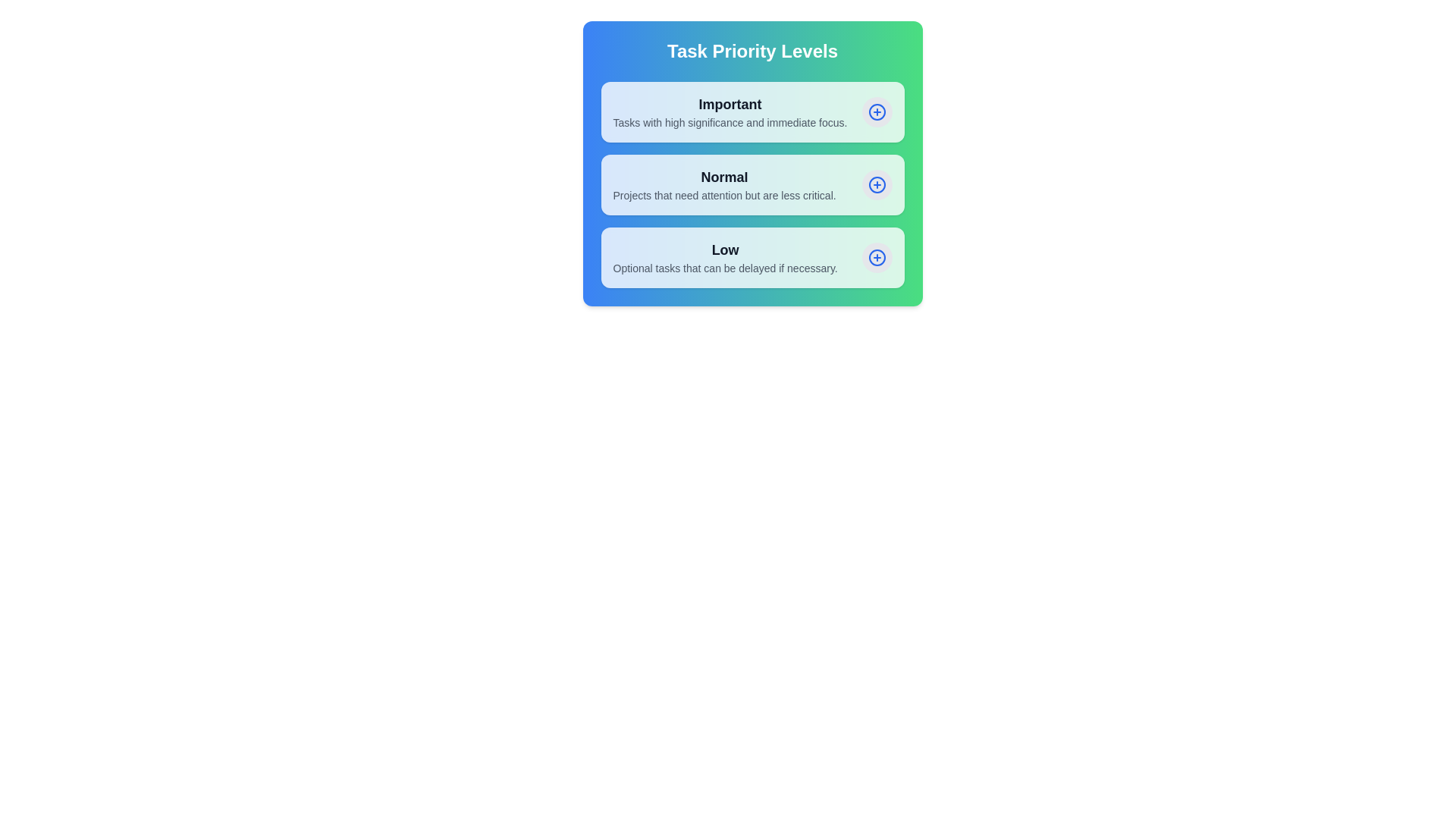 This screenshot has height=819, width=1456. I want to click on the Circle icon representing the 'Add' or 'Plus' function for the 'Normal' priority level, located on the right side of the row adjacent to the descriptive text, so click(877, 184).